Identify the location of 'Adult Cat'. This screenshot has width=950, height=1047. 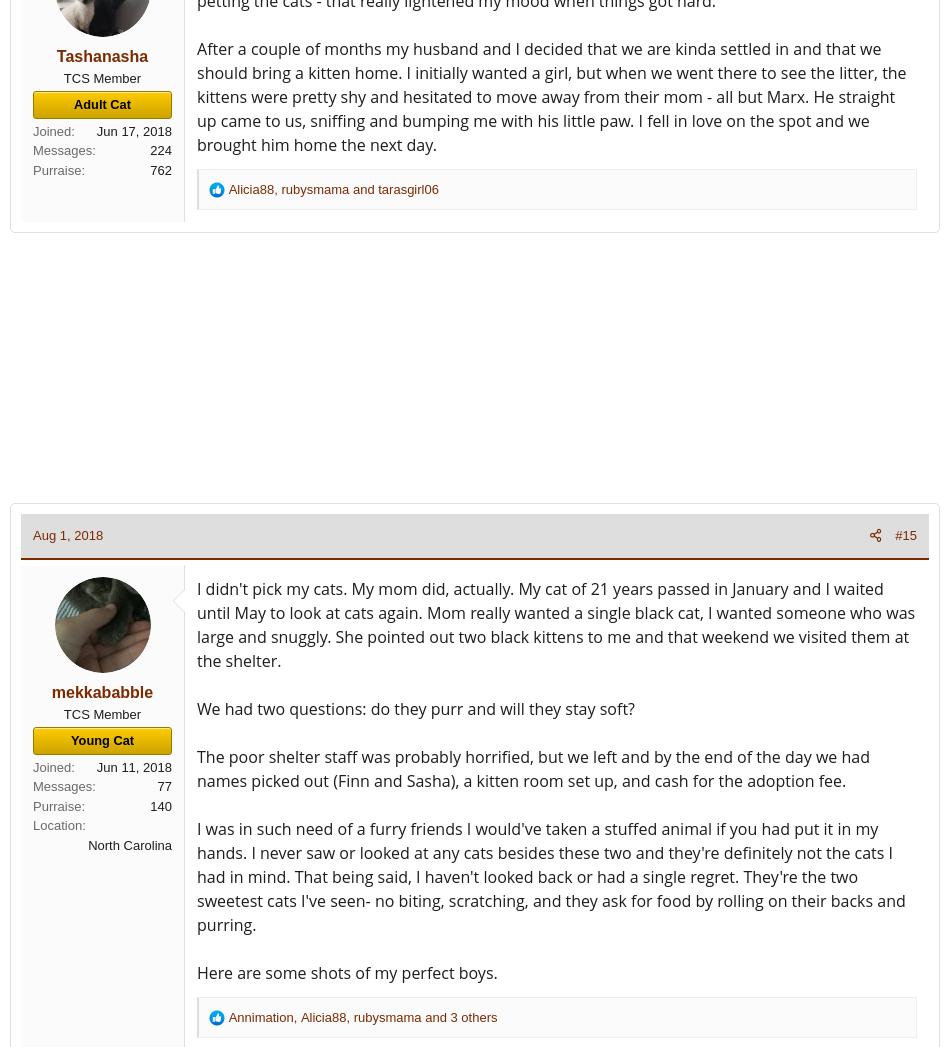
(102, 103).